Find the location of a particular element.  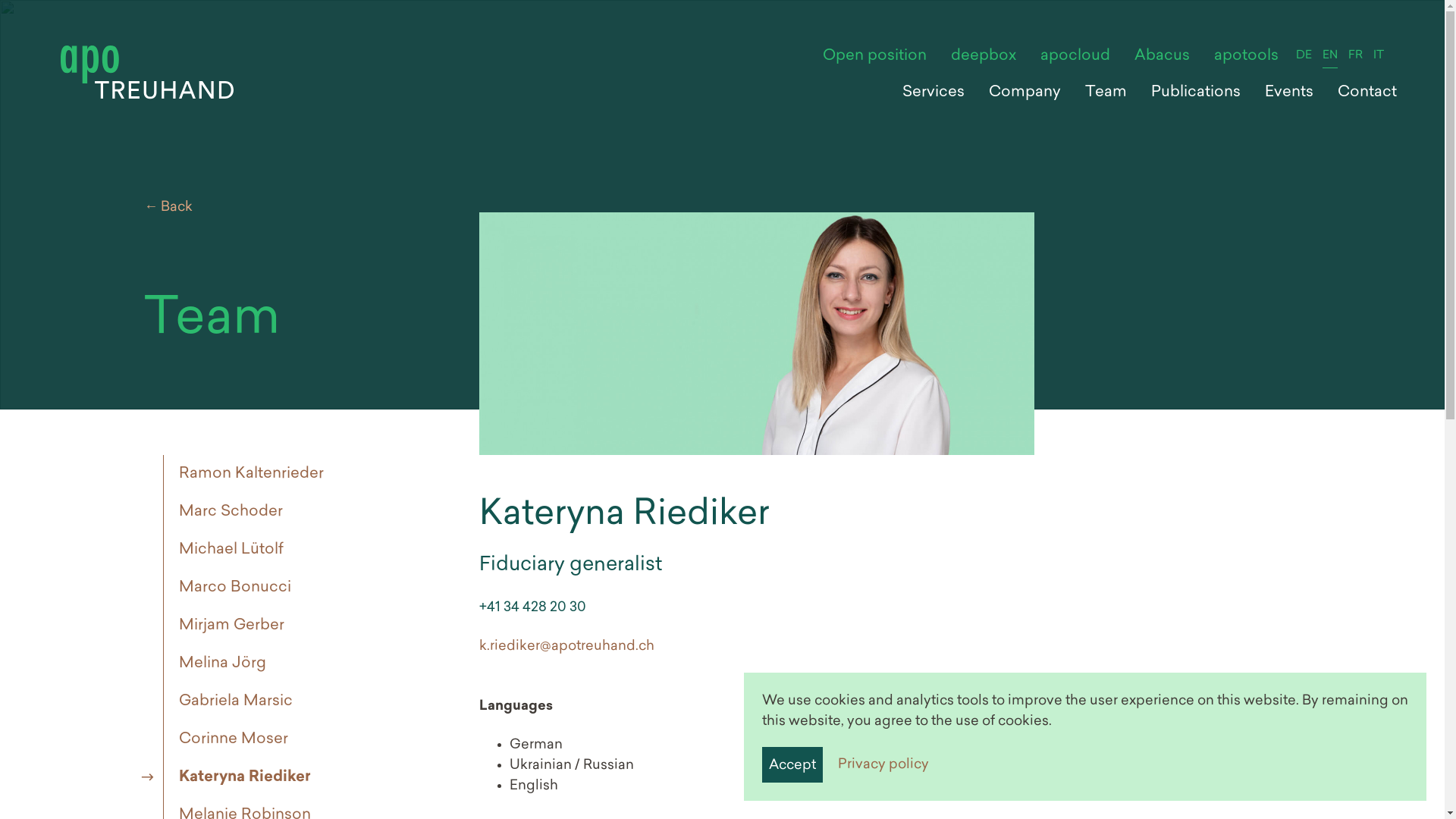

'Open position' is located at coordinates (874, 55).